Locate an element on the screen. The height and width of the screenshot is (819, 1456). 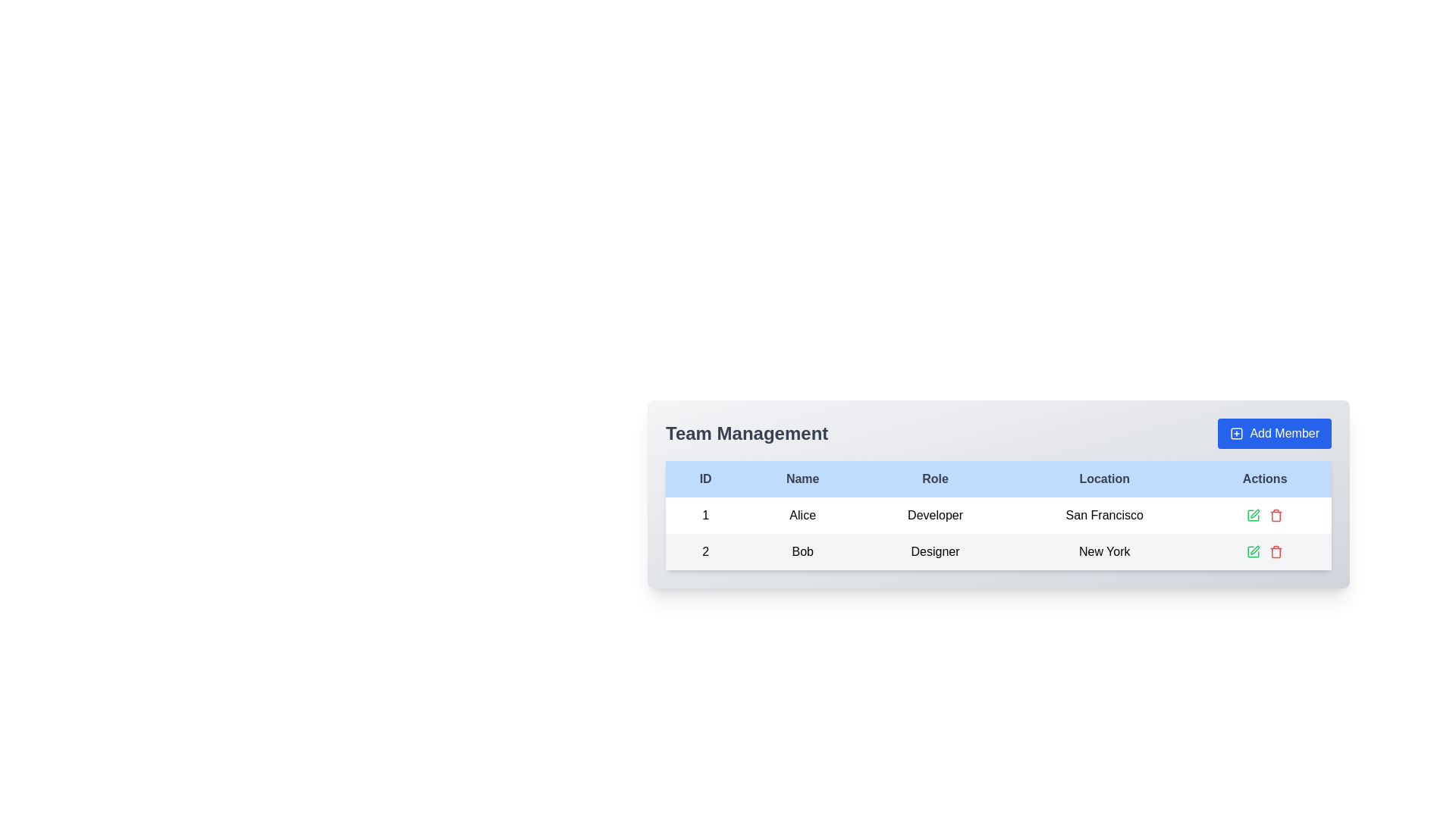
the static text label indicating the role of the listed individual in the table, located in the second row, third column under the 'Role' header, adjacent to 'Bob' on the left and 'New York' on the right is located at coordinates (934, 552).